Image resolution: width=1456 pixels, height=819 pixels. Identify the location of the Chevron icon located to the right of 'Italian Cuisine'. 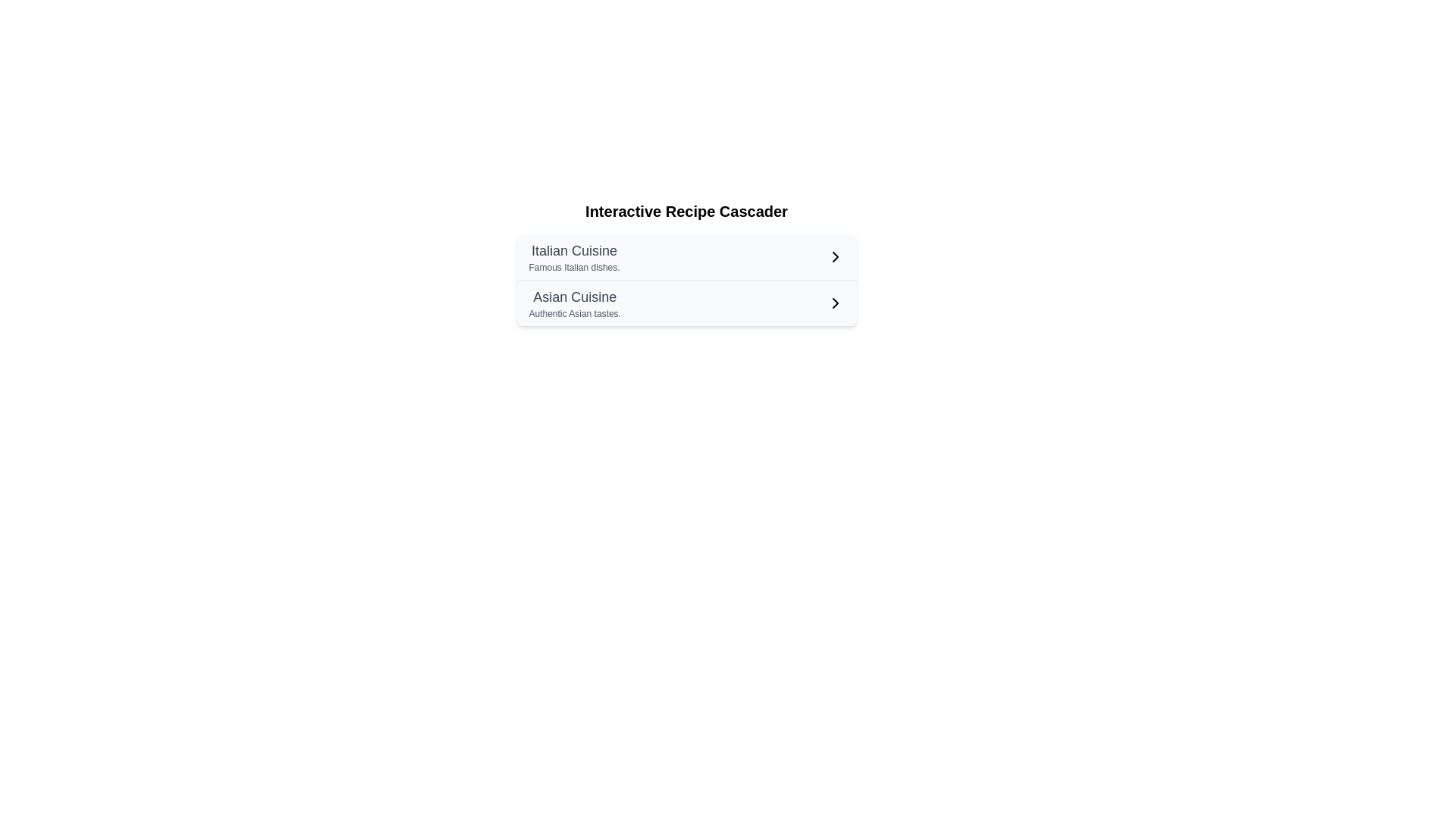
(834, 256).